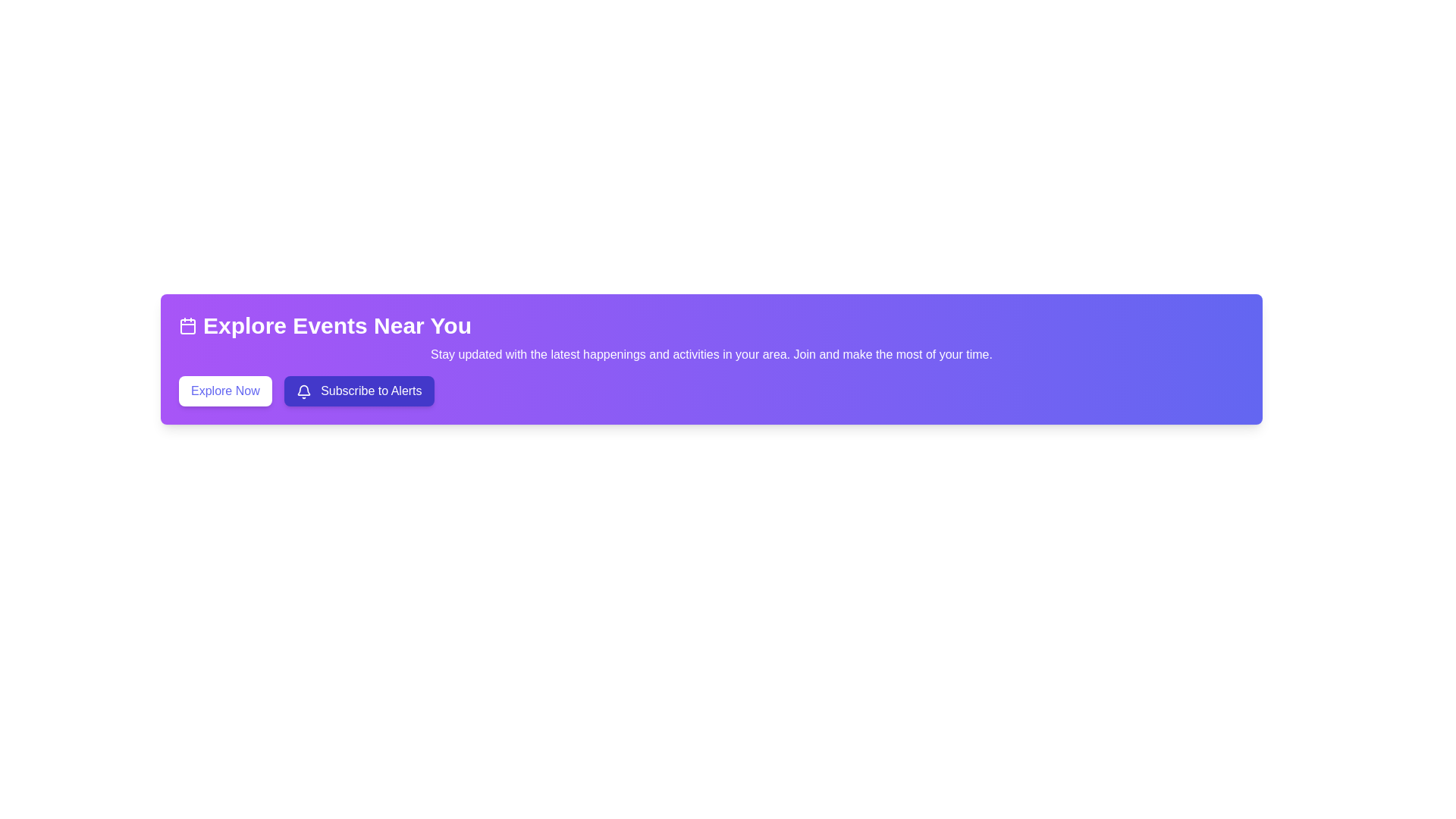 The width and height of the screenshot is (1456, 819). Describe the element at coordinates (358, 391) in the screenshot. I see `the subscription button located to the right of the 'Explore Now' button to subscribe to alerts` at that location.